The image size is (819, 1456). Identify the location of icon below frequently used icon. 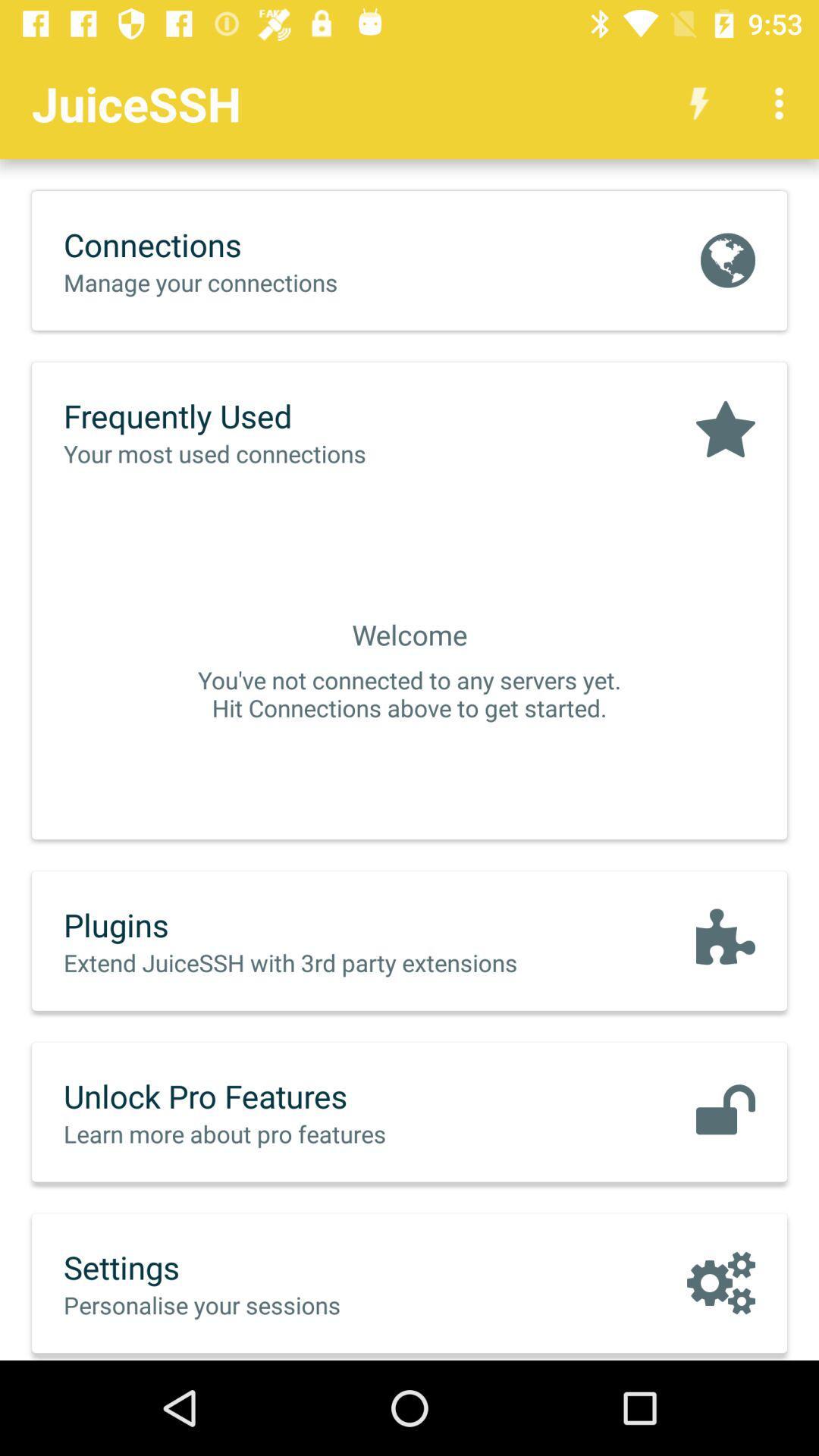
(246, 453).